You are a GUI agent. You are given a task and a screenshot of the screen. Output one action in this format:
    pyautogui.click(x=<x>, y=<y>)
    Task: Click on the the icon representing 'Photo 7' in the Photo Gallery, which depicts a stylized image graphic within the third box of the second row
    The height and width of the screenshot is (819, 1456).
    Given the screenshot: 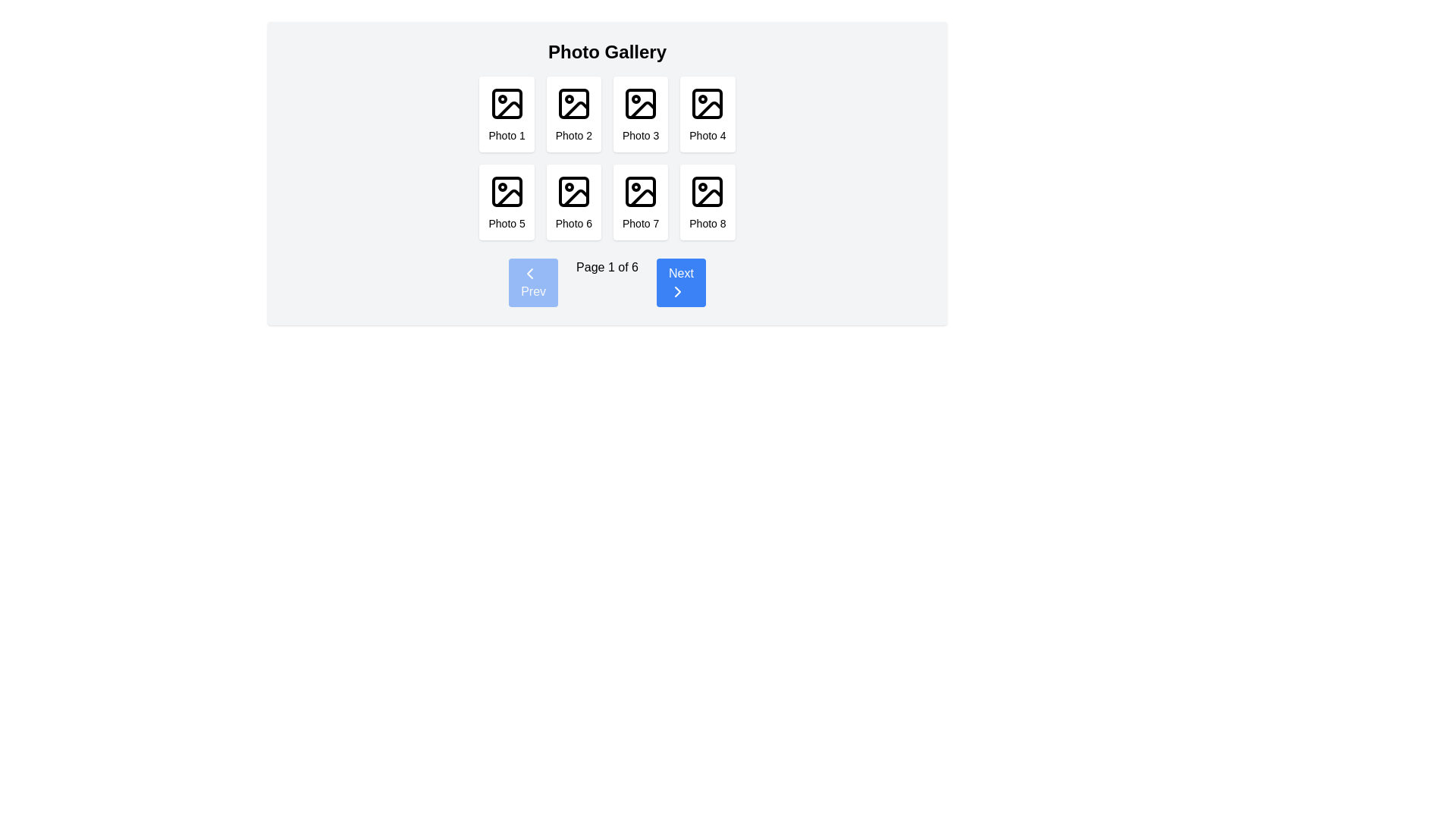 What is the action you would take?
    pyautogui.click(x=641, y=191)
    